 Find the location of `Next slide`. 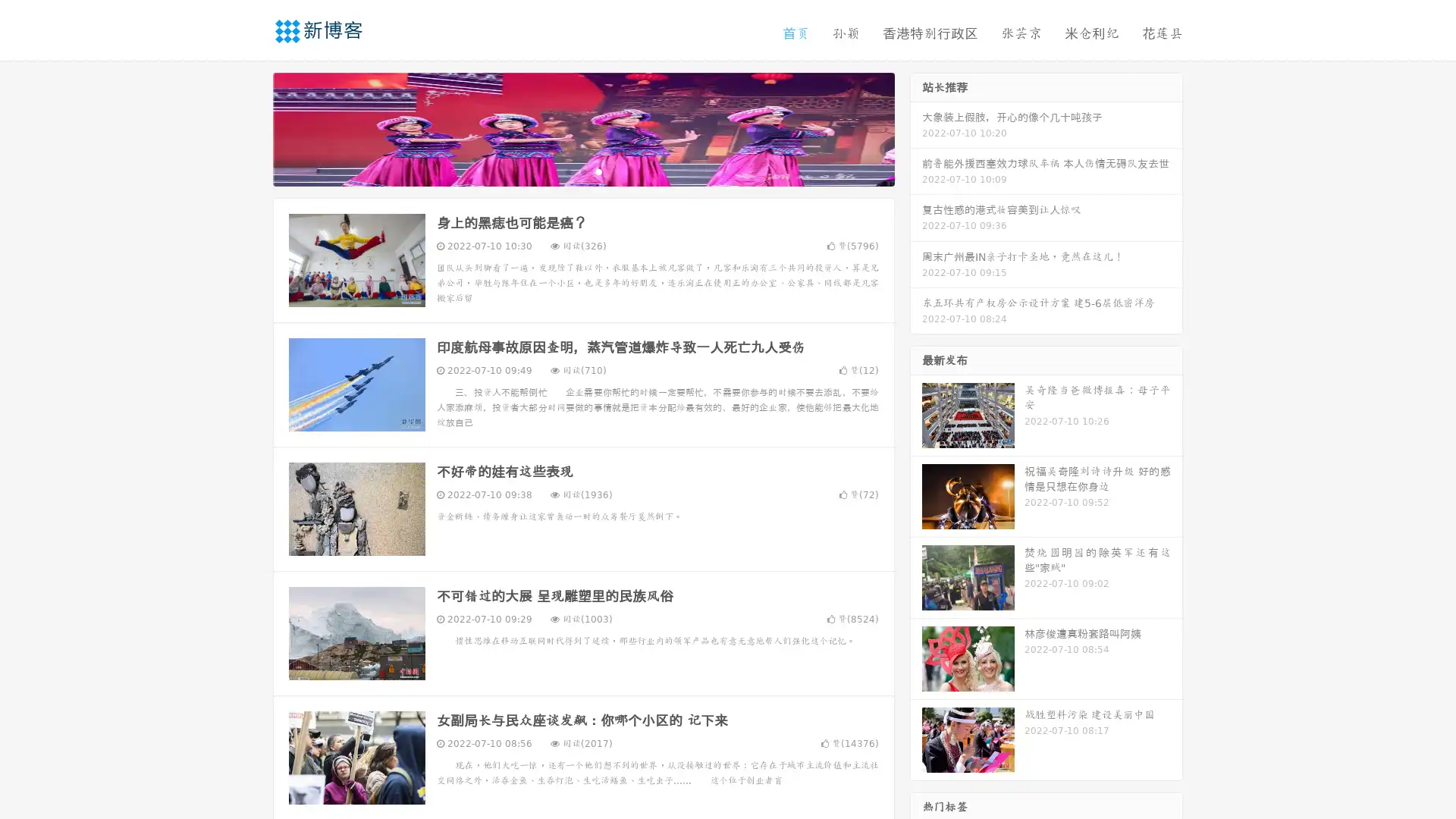

Next slide is located at coordinates (916, 127).